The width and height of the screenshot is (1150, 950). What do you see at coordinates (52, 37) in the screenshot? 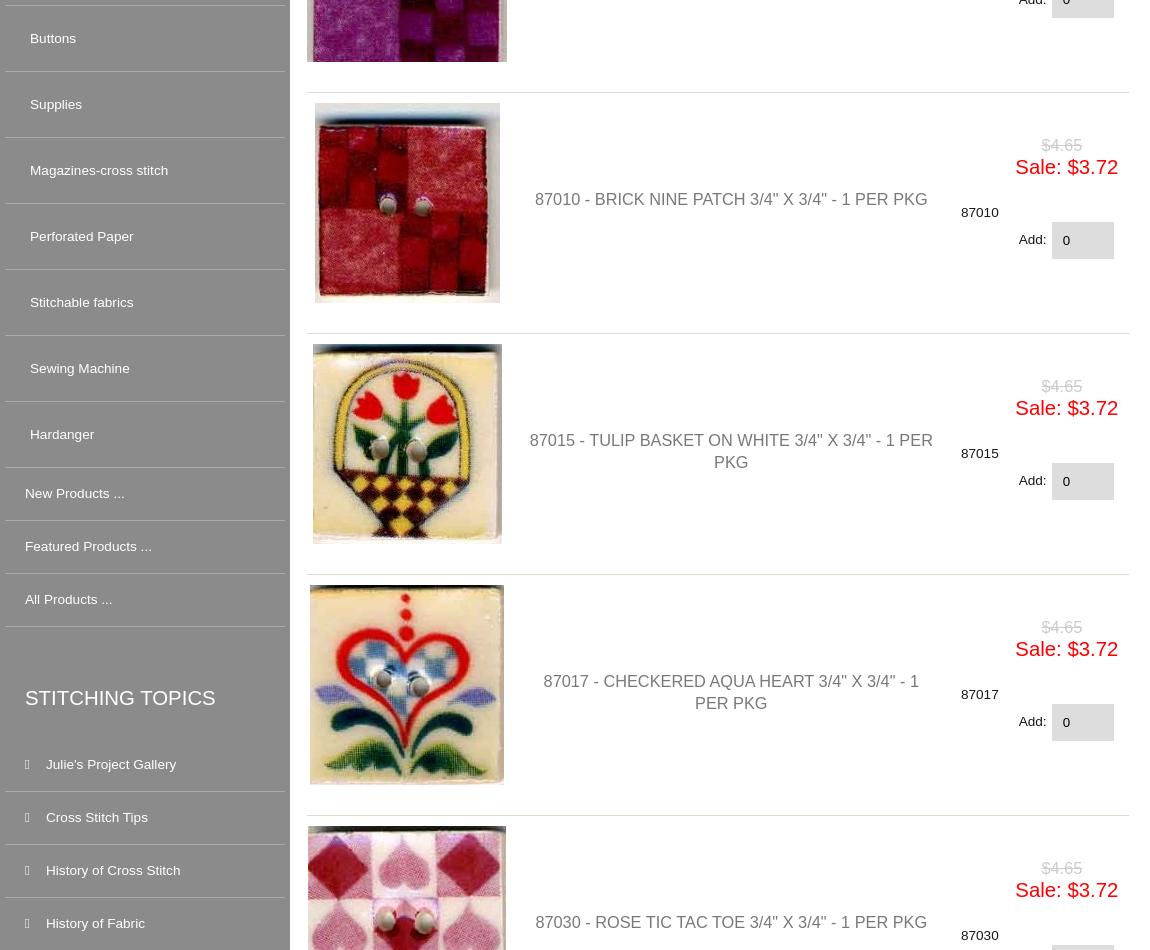
I see `'Buttons'` at bounding box center [52, 37].